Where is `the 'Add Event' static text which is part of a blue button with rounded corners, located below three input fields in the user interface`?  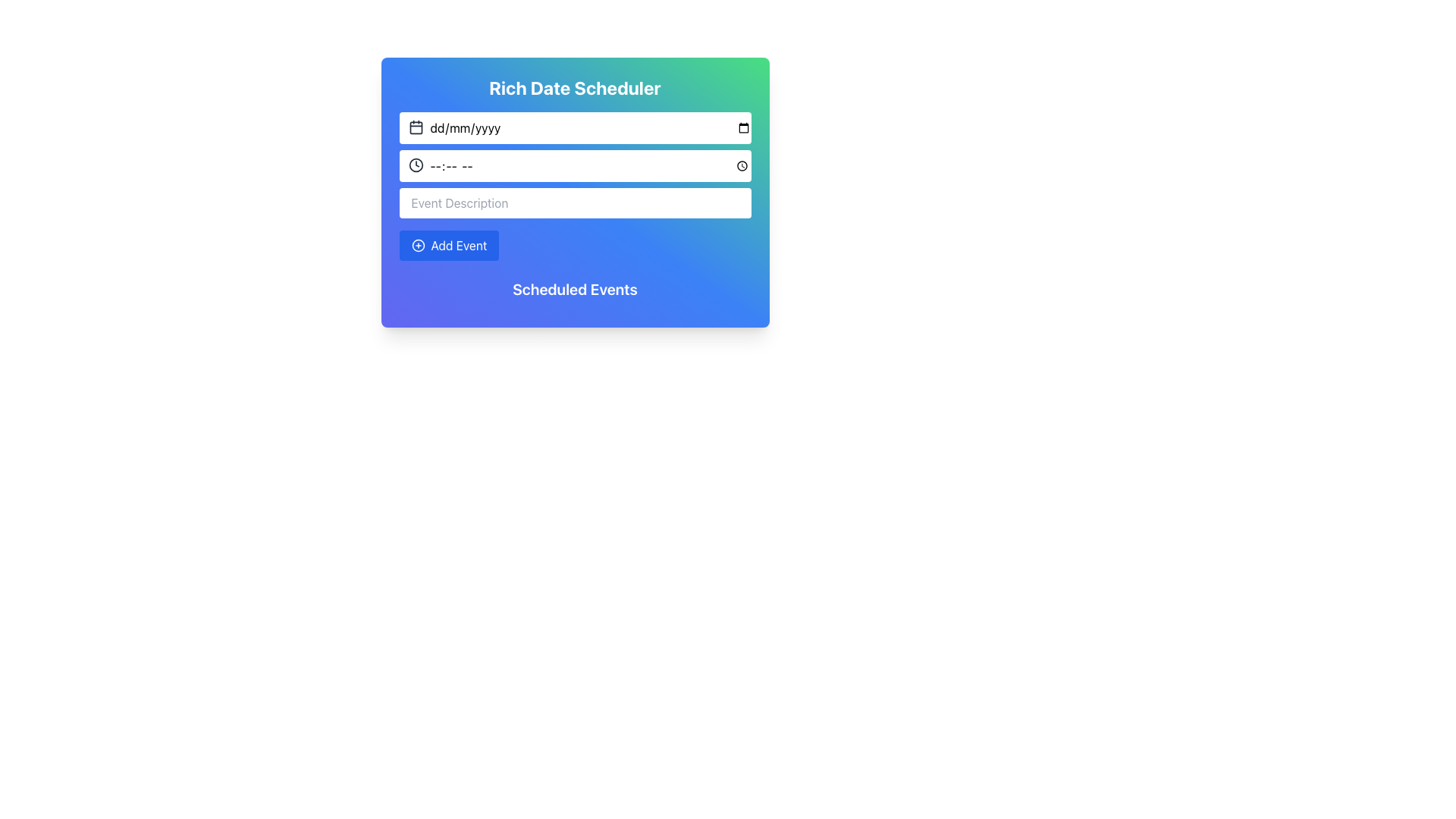 the 'Add Event' static text which is part of a blue button with rounded corners, located below three input fields in the user interface is located at coordinates (458, 245).